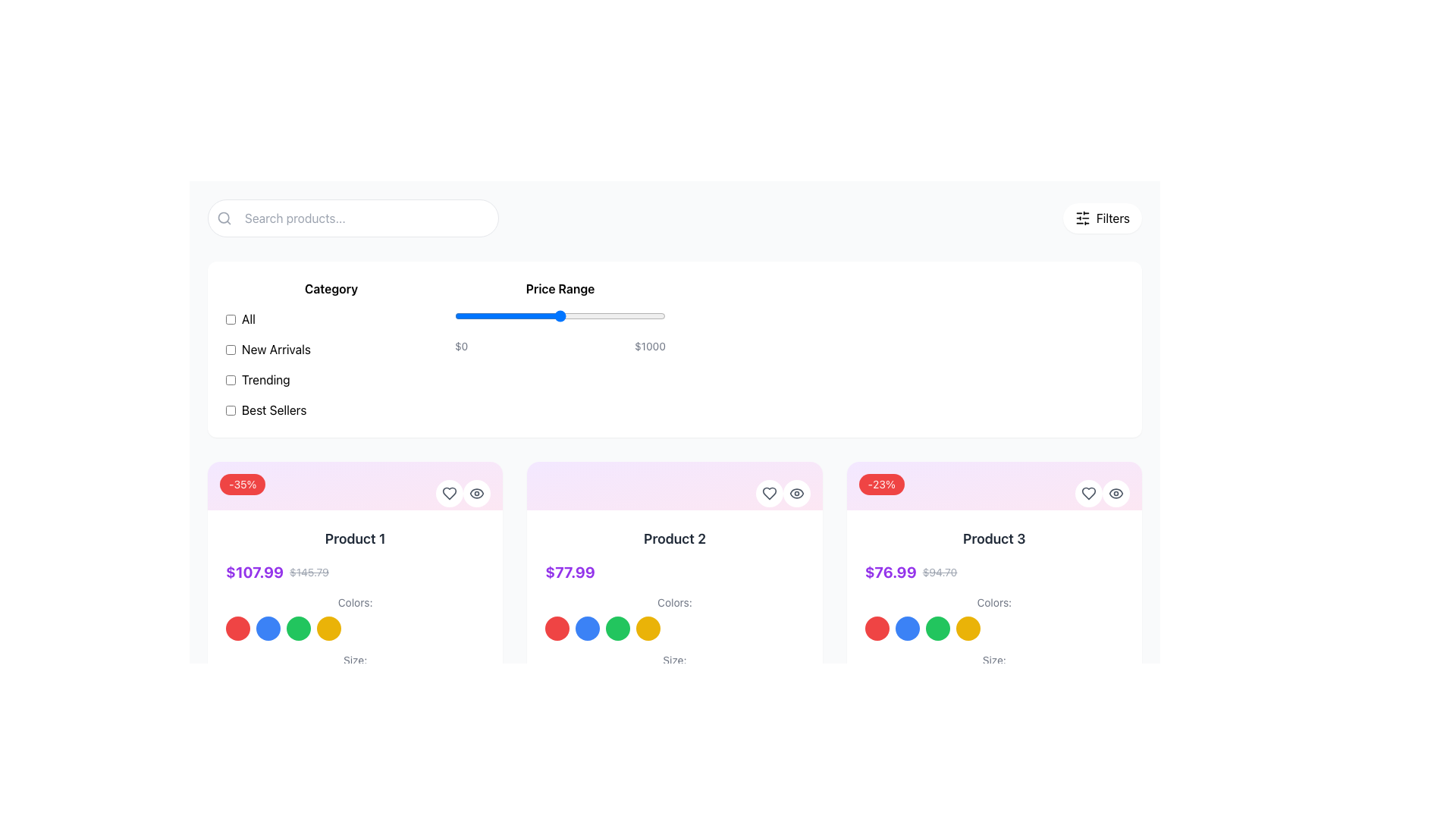 This screenshot has height=819, width=1456. What do you see at coordinates (265, 379) in the screenshot?
I see `the 'Trending' text label located in the vertical list of category filters on the left side of the interface` at bounding box center [265, 379].